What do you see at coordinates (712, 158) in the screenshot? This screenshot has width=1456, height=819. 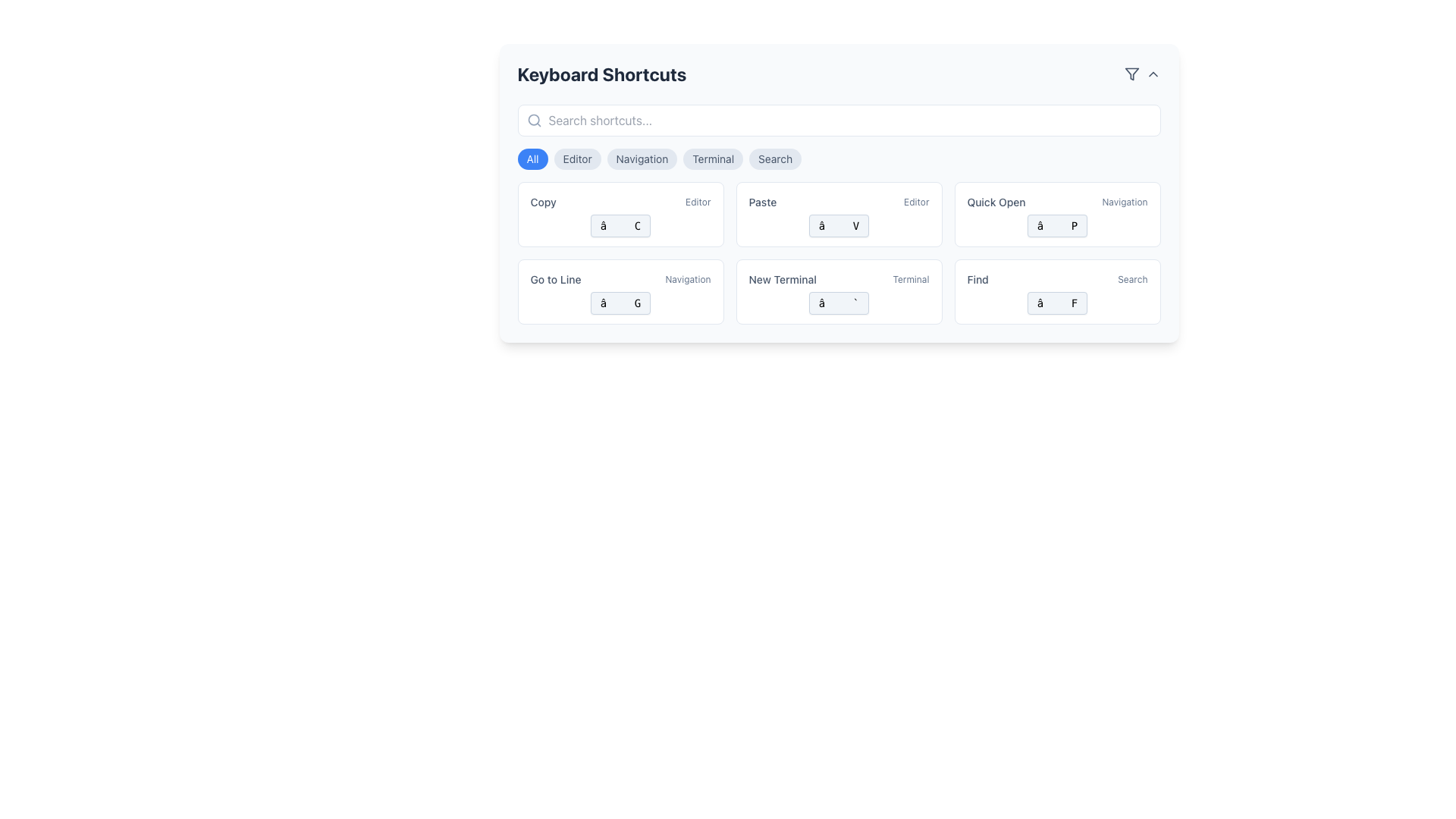 I see `the 'Terminal' button, which is the fourth button in the horizontal group of five buttons in the 'Keyboard Shortcuts' panel` at bounding box center [712, 158].